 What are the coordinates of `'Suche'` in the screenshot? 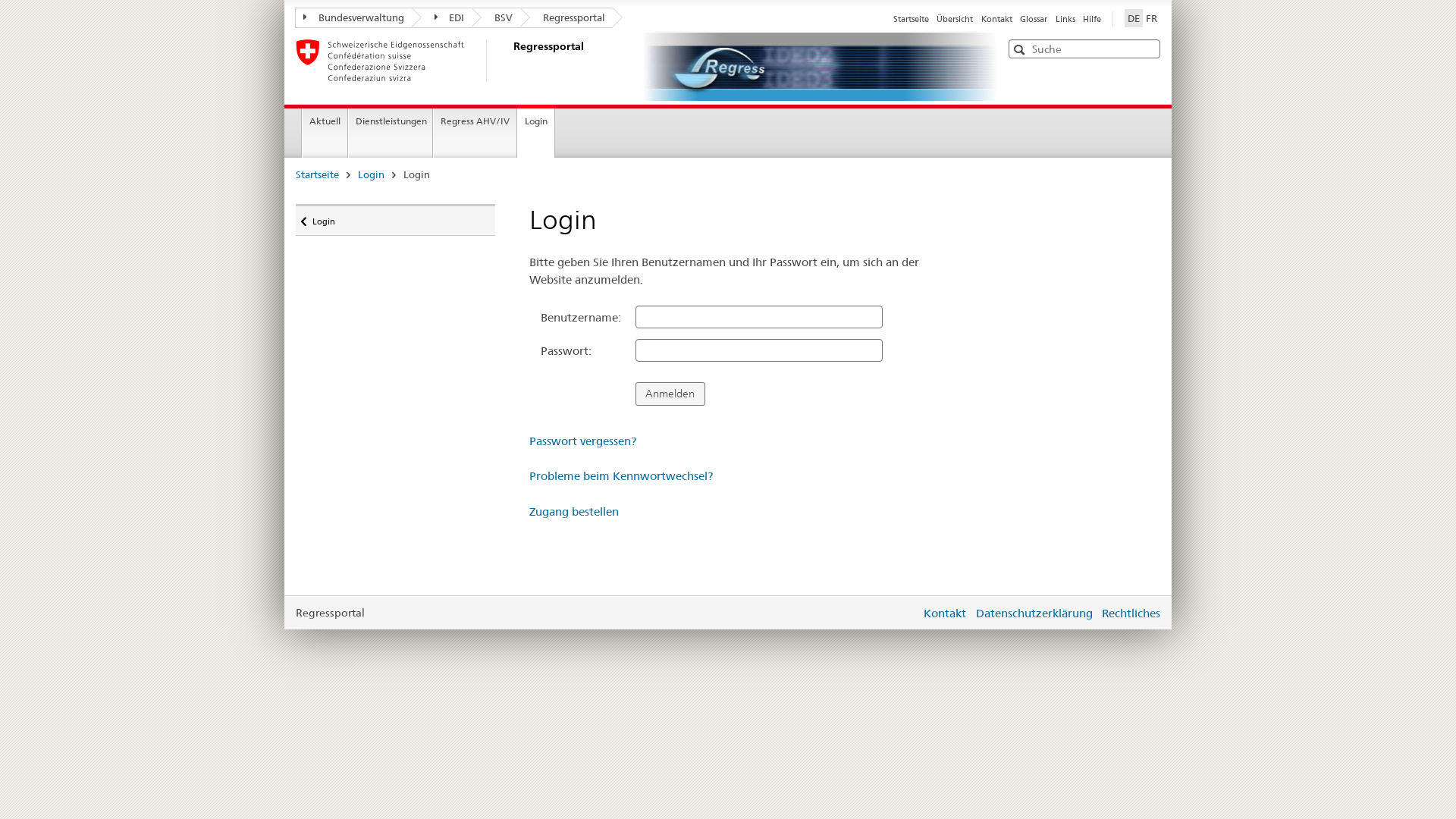 It's located at (1021, 49).